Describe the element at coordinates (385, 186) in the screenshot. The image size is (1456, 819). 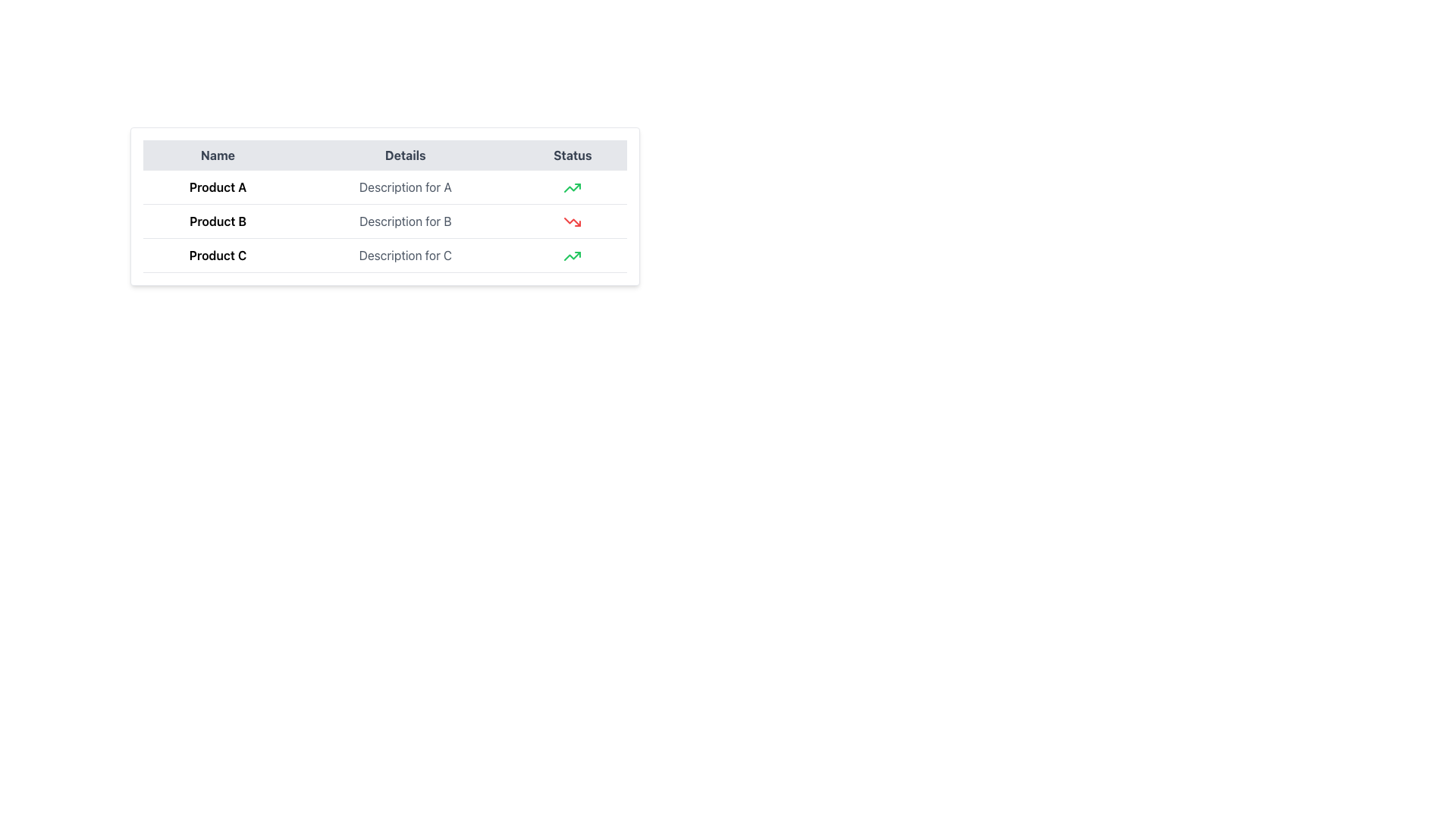
I see `the first row of the data table that summarizes information about 'Product A'` at that location.